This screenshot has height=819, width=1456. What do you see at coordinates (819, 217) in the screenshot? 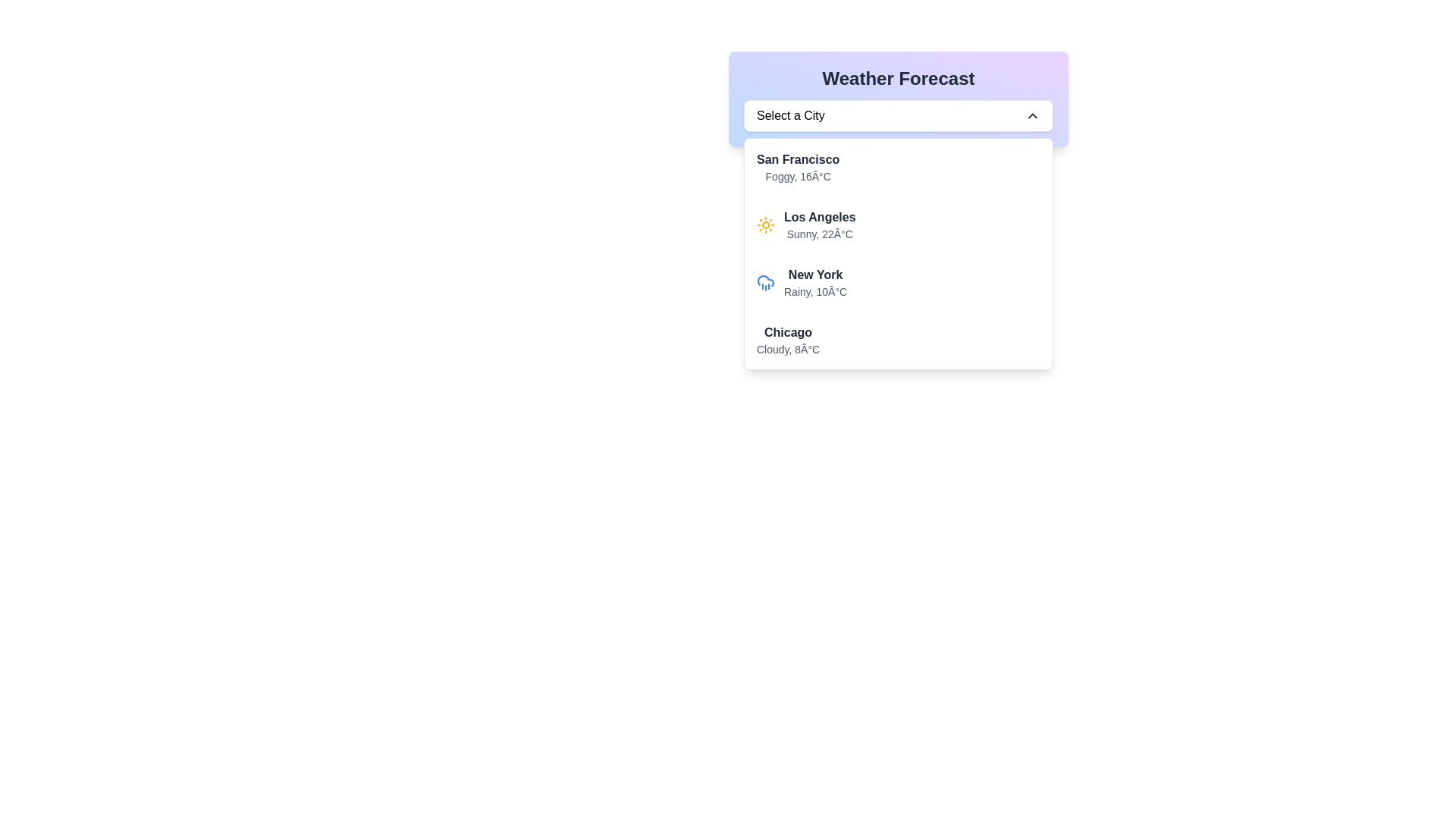
I see `the text label identifying 'Los Angeles' in the weather forecast dropdown list, which is positioned above 'Sunny, 22°C.'` at bounding box center [819, 217].